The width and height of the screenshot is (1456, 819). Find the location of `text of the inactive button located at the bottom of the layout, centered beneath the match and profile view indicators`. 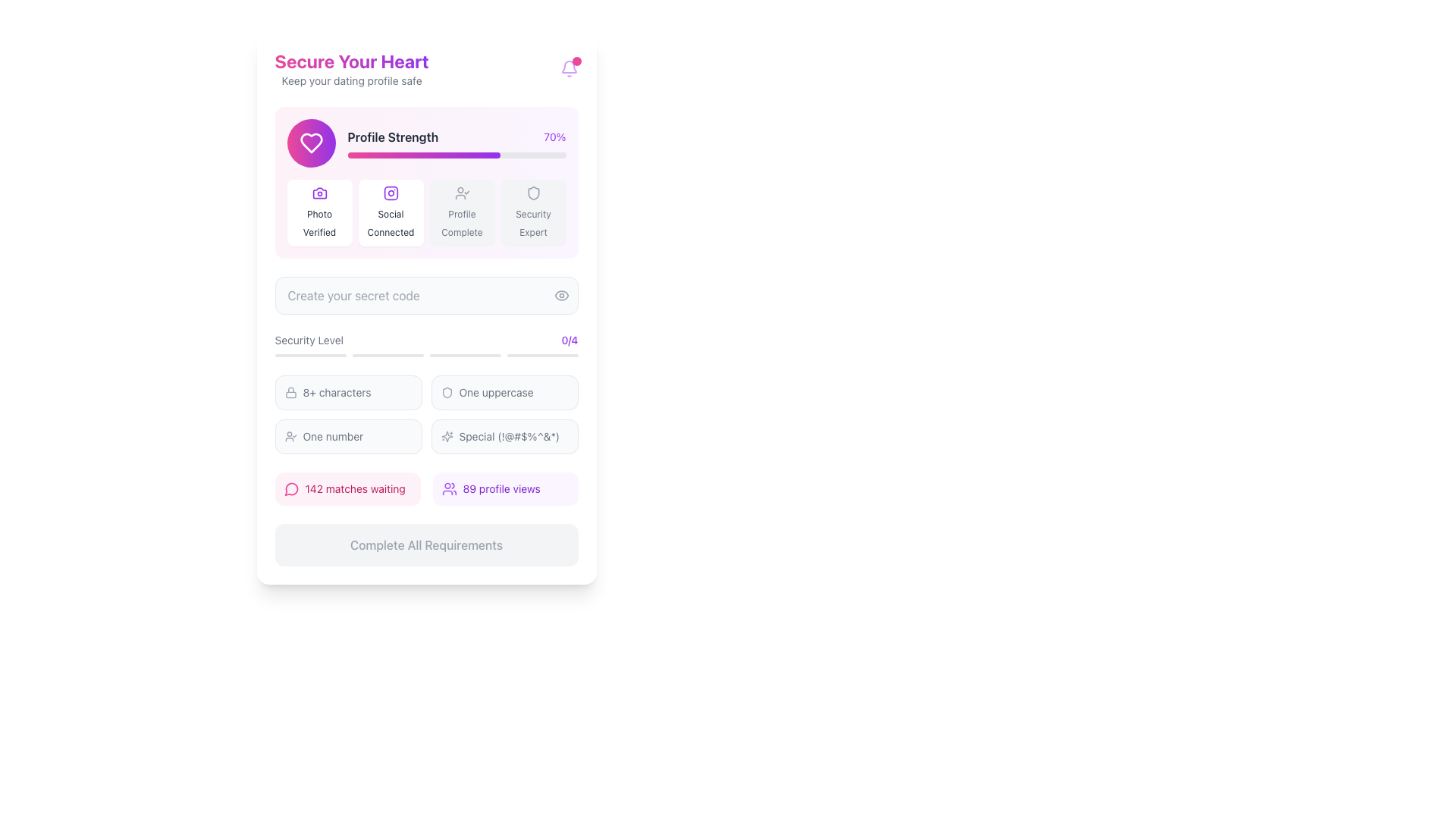

text of the inactive button located at the bottom of the layout, centered beneath the match and profile view indicators is located at coordinates (425, 544).